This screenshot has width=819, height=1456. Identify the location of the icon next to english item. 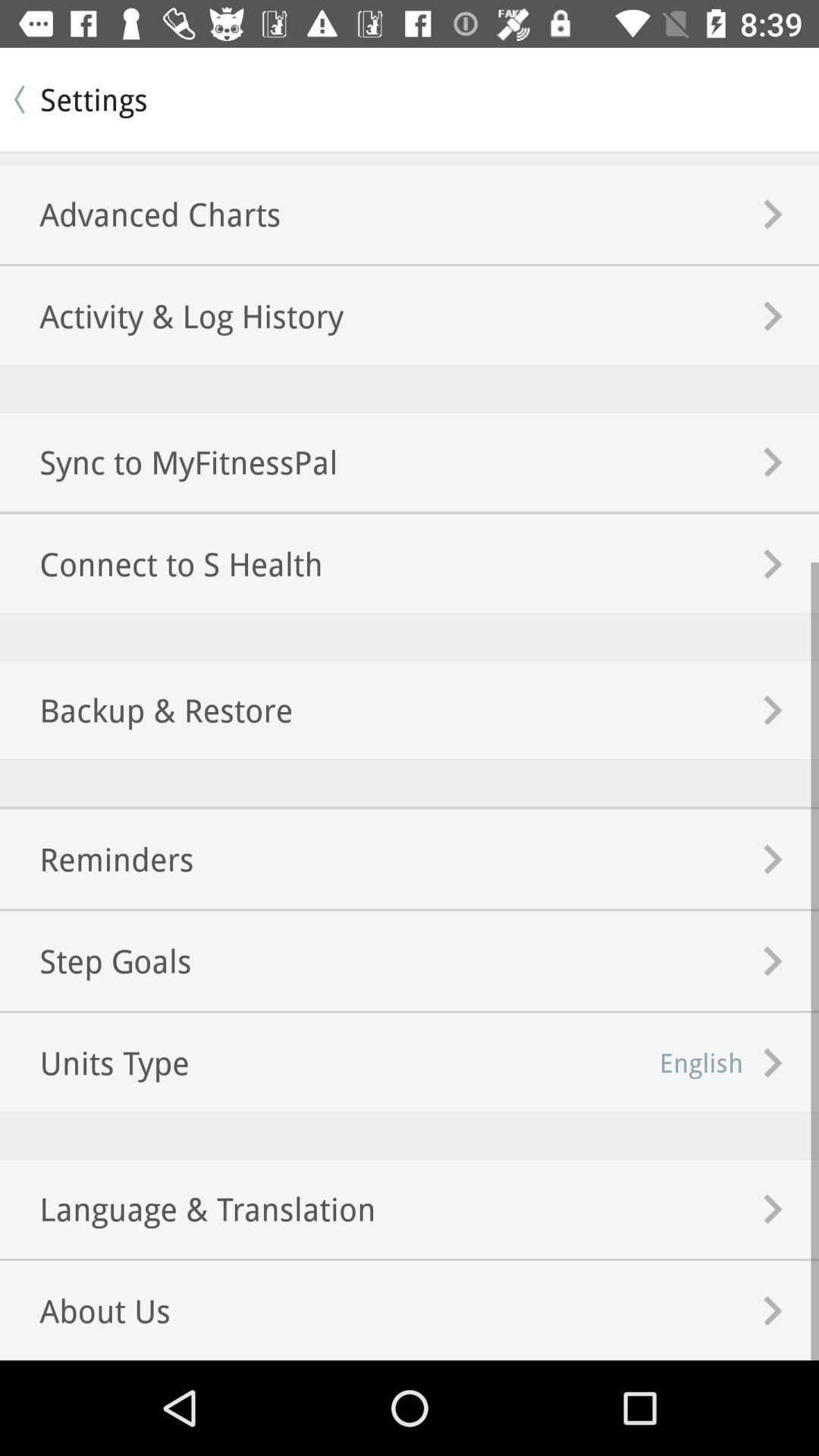
(96, 960).